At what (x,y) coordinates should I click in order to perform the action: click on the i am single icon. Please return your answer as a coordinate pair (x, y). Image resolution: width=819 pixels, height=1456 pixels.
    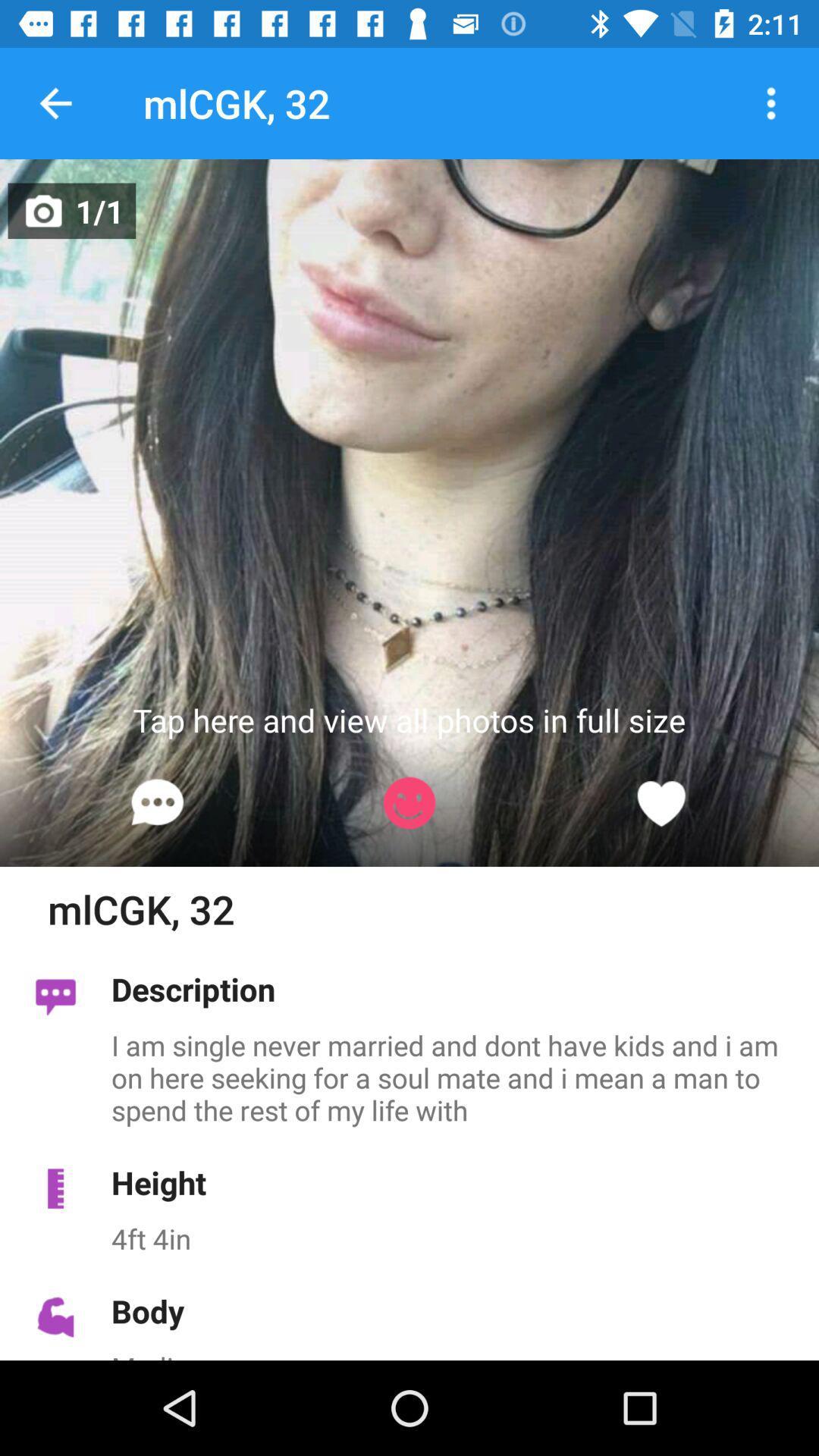
    Looking at the image, I should click on (456, 1077).